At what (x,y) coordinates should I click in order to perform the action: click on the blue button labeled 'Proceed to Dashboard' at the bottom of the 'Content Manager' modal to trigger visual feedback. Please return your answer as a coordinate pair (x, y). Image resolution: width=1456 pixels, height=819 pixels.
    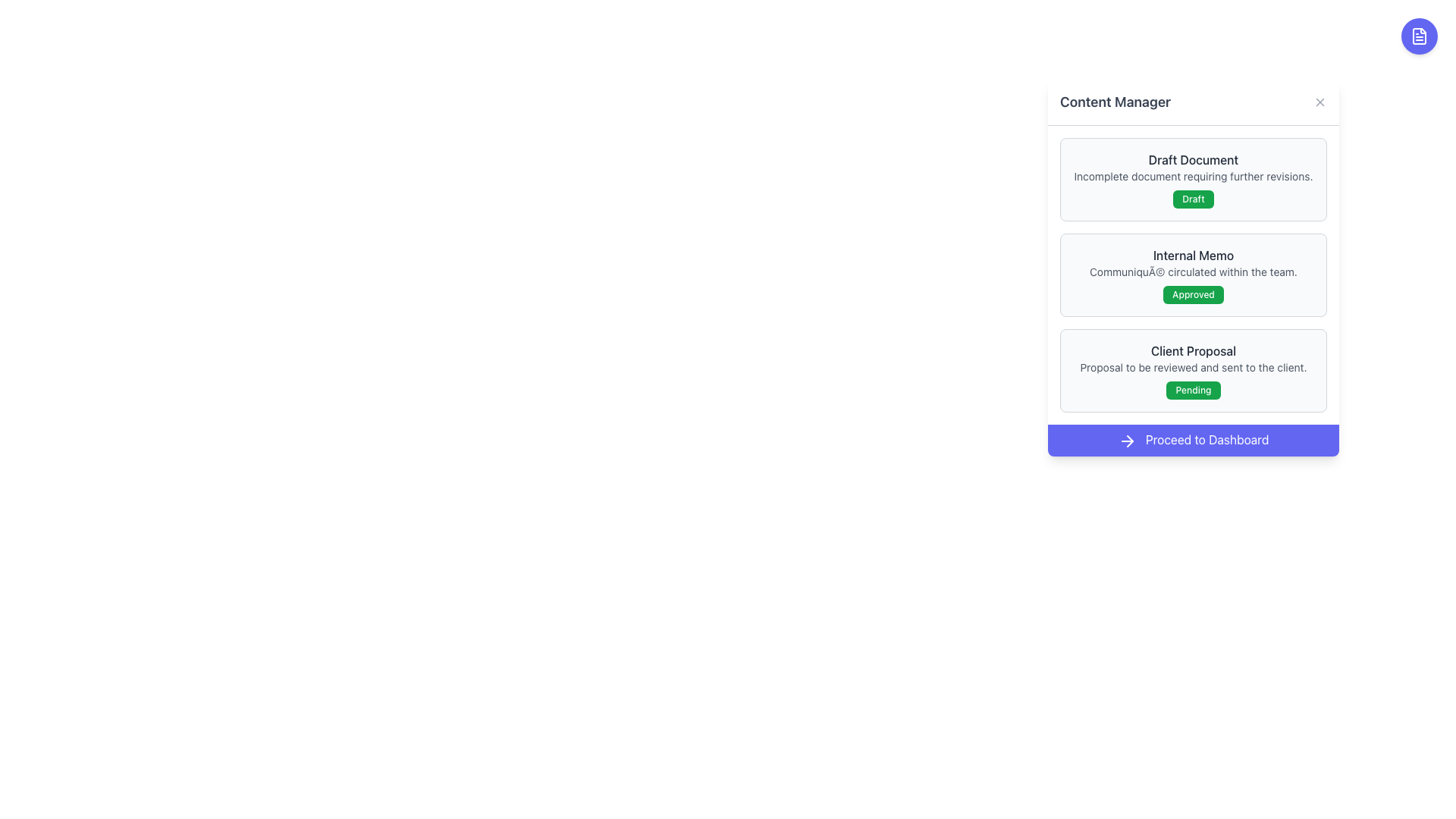
    Looking at the image, I should click on (1193, 439).